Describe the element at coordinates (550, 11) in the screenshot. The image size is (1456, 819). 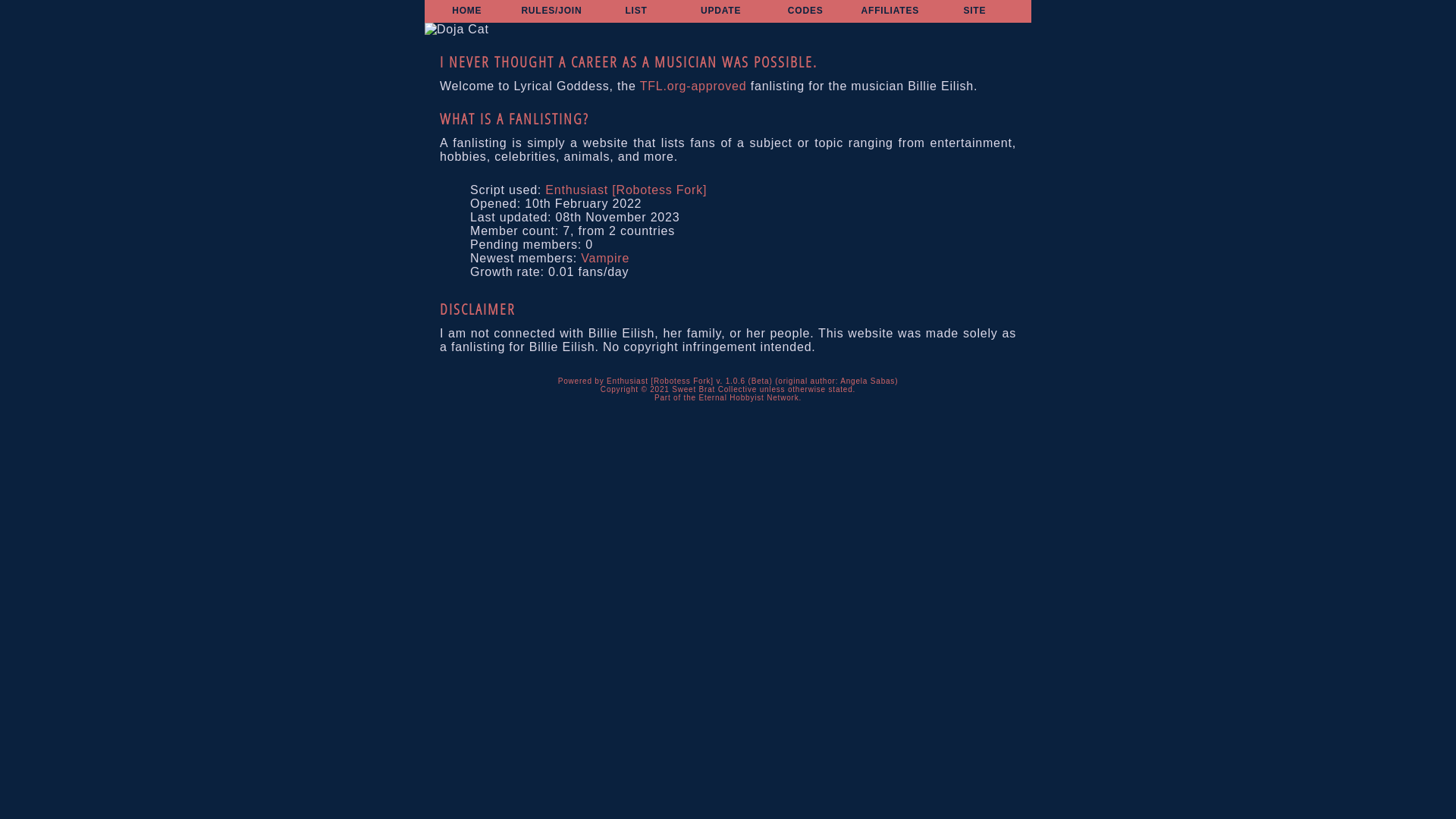
I see `'RULES/JOIN'` at that location.